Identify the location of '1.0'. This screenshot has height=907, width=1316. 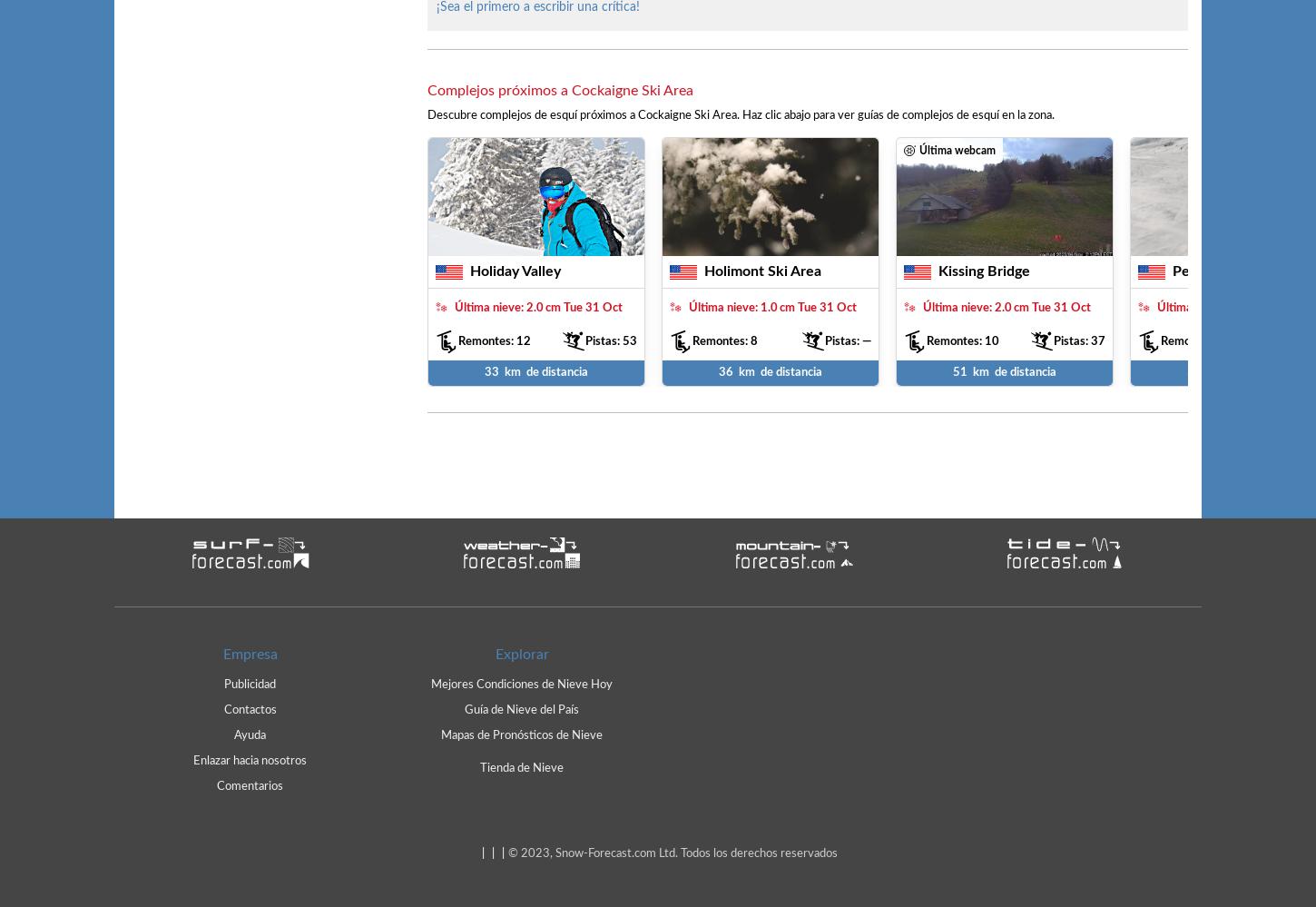
(768, 307).